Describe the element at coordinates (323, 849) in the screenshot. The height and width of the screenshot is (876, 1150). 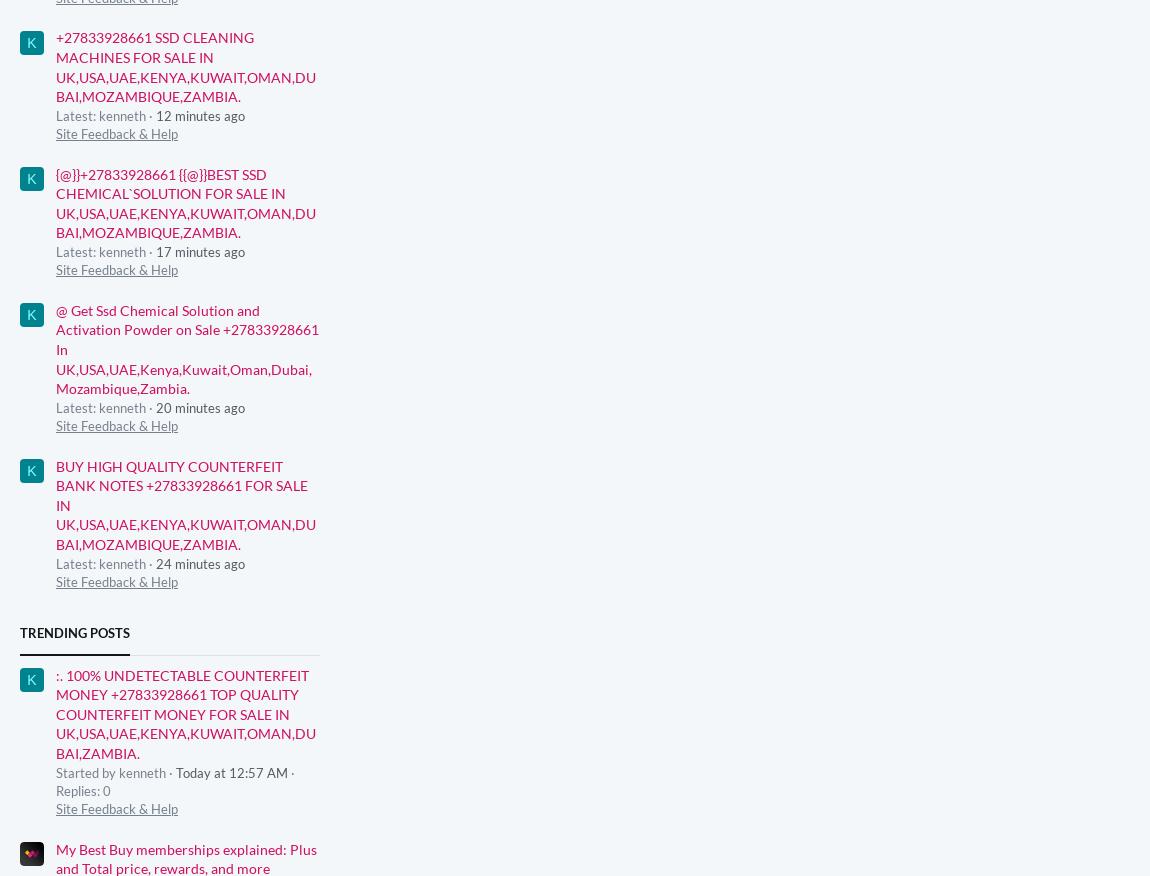
I see `'Advertising'` at that location.